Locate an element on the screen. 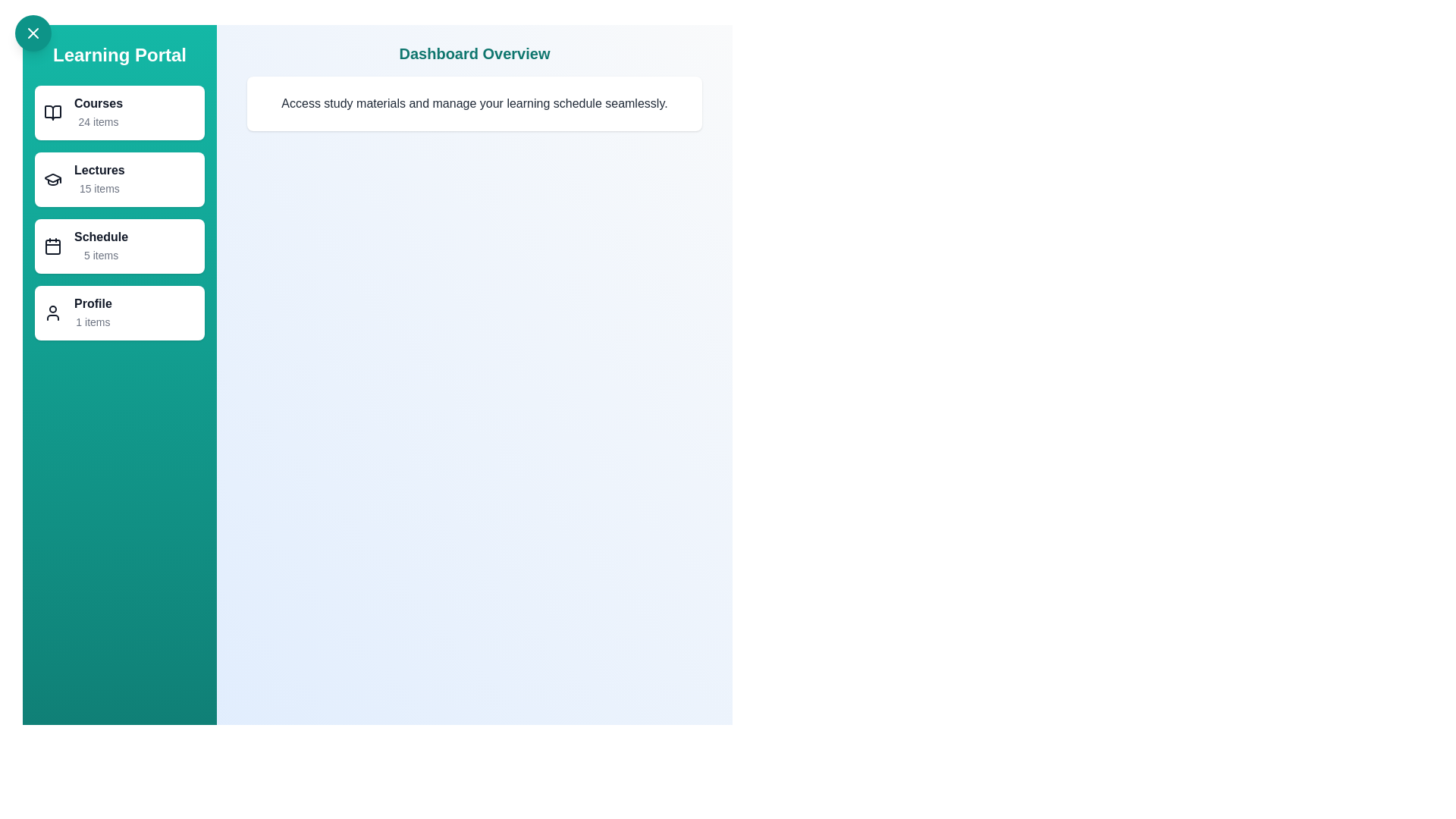 This screenshot has height=819, width=1456. button in the top left corner to toggle the navigation drawer is located at coordinates (33, 33).